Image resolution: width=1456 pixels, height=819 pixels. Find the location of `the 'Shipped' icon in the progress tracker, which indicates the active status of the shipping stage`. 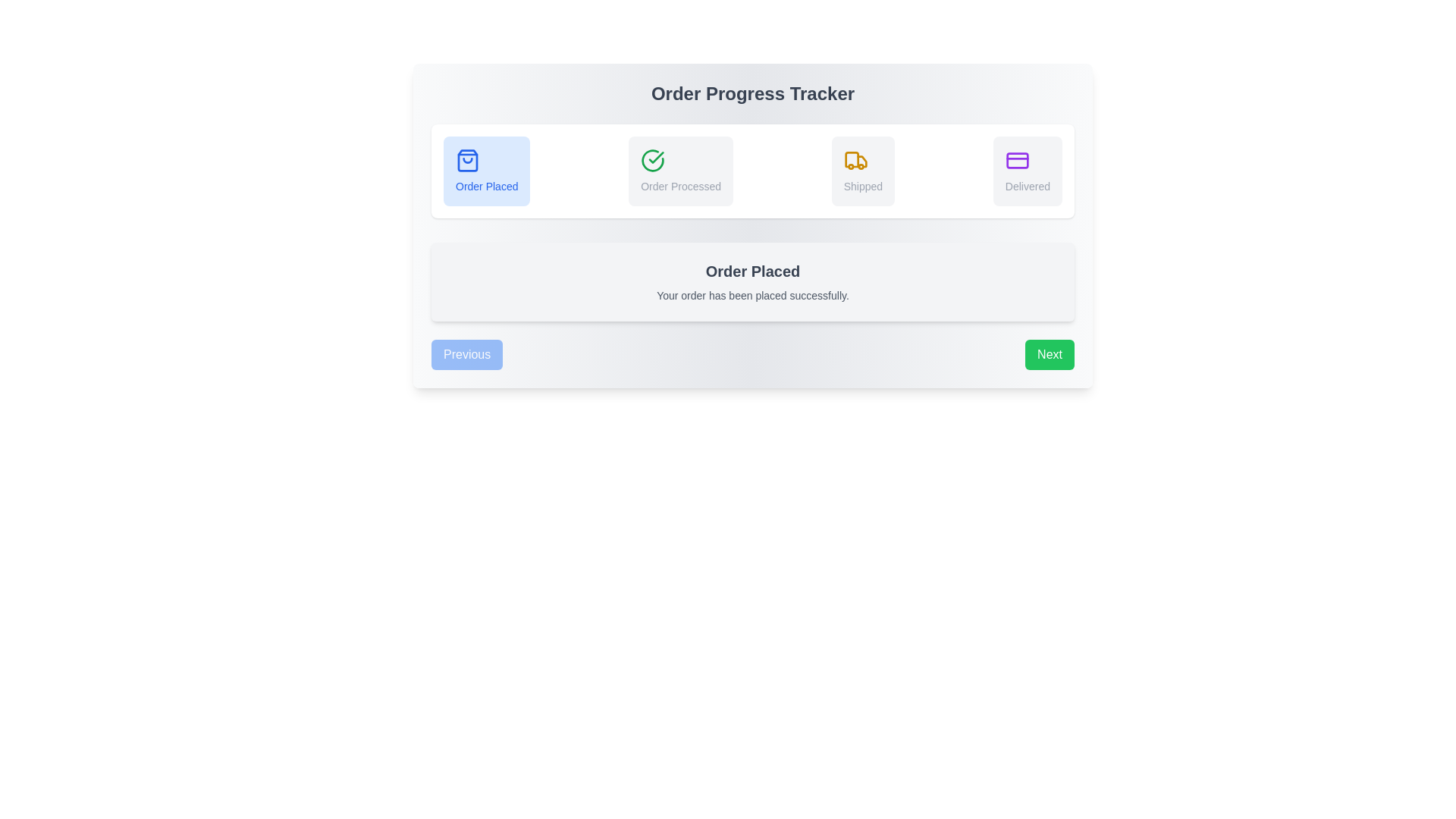

the 'Shipped' icon in the progress tracker, which indicates the active status of the shipping stage is located at coordinates (855, 161).